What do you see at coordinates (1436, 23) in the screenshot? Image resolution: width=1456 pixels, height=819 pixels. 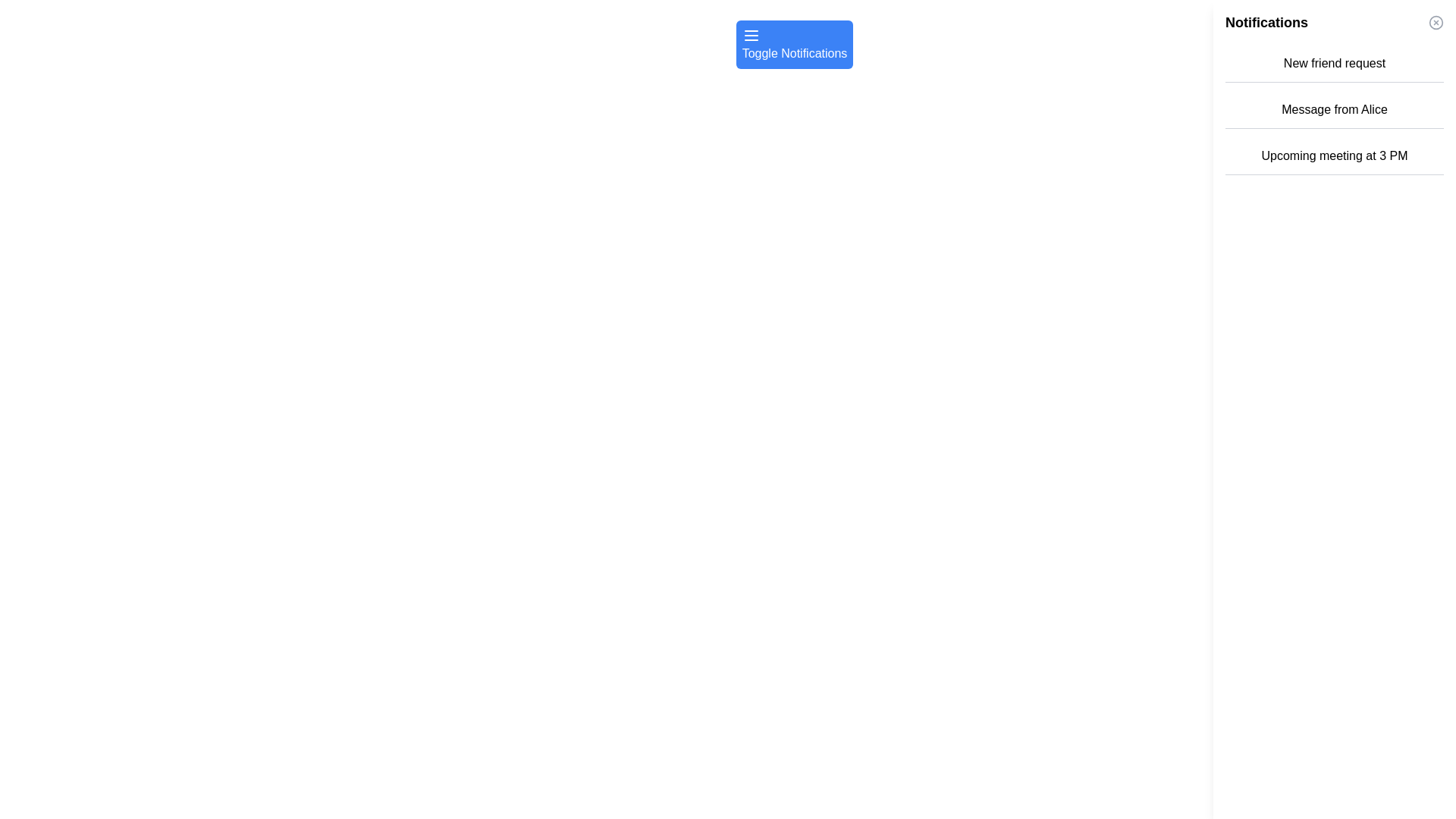 I see `the circular close button located at the top-right corner of the notification panel` at bounding box center [1436, 23].